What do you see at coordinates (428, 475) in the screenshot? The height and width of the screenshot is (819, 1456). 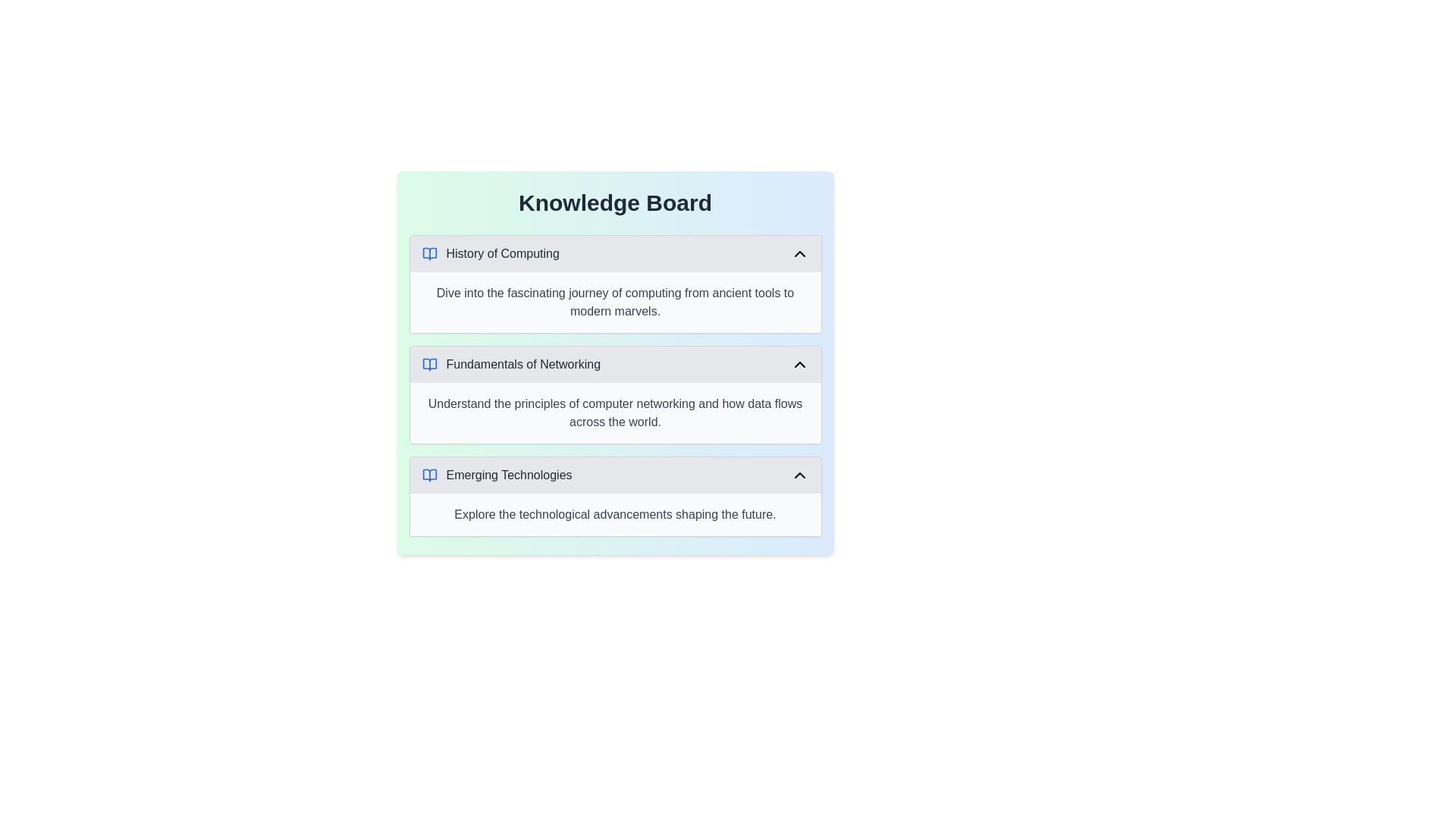 I see `the decorative icon serving as an indicator for the 'Emerging Technologies' section, which is located to the left of the text component` at bounding box center [428, 475].